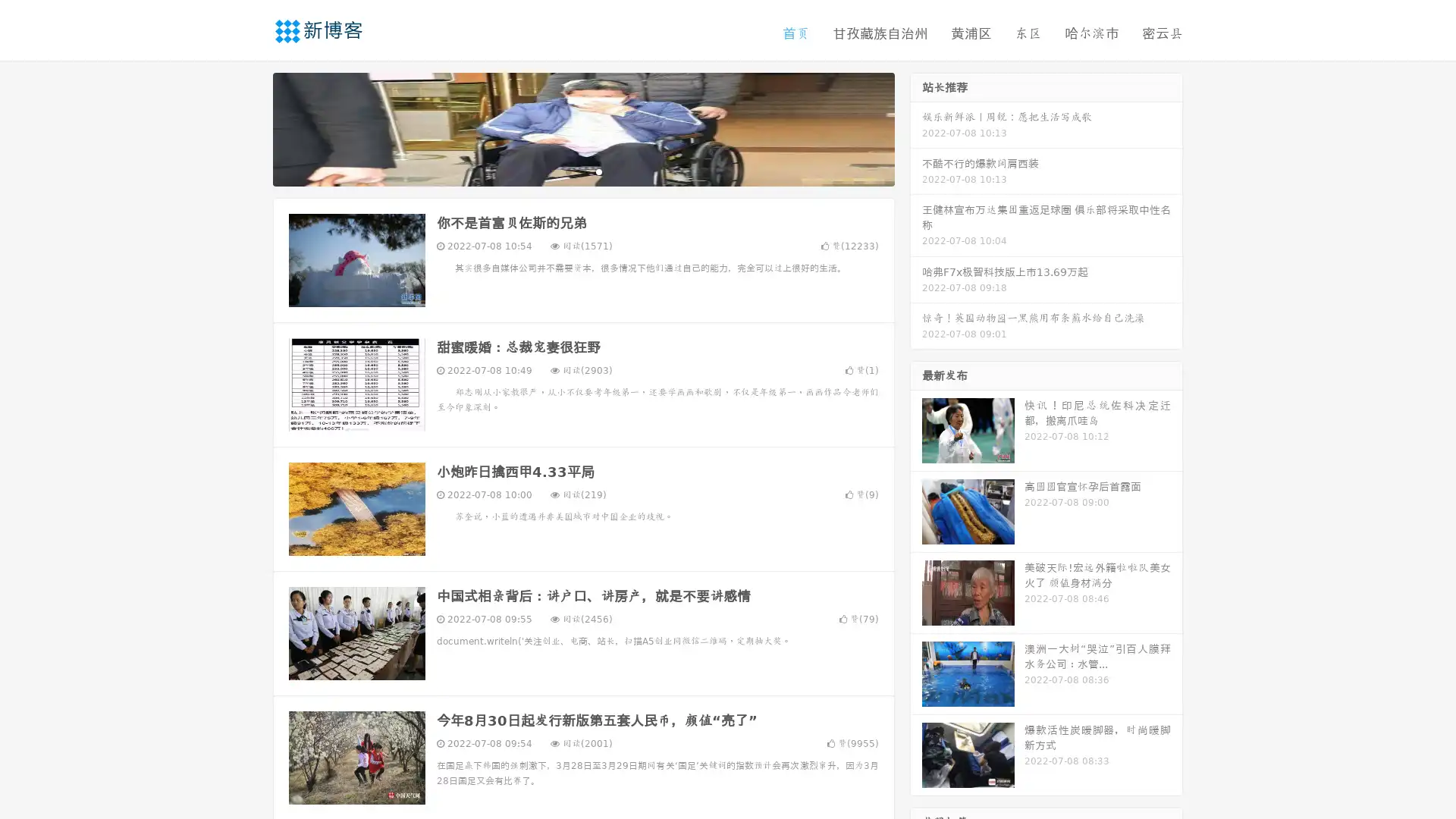 This screenshot has width=1456, height=819. What do you see at coordinates (916, 127) in the screenshot?
I see `Next slide` at bounding box center [916, 127].